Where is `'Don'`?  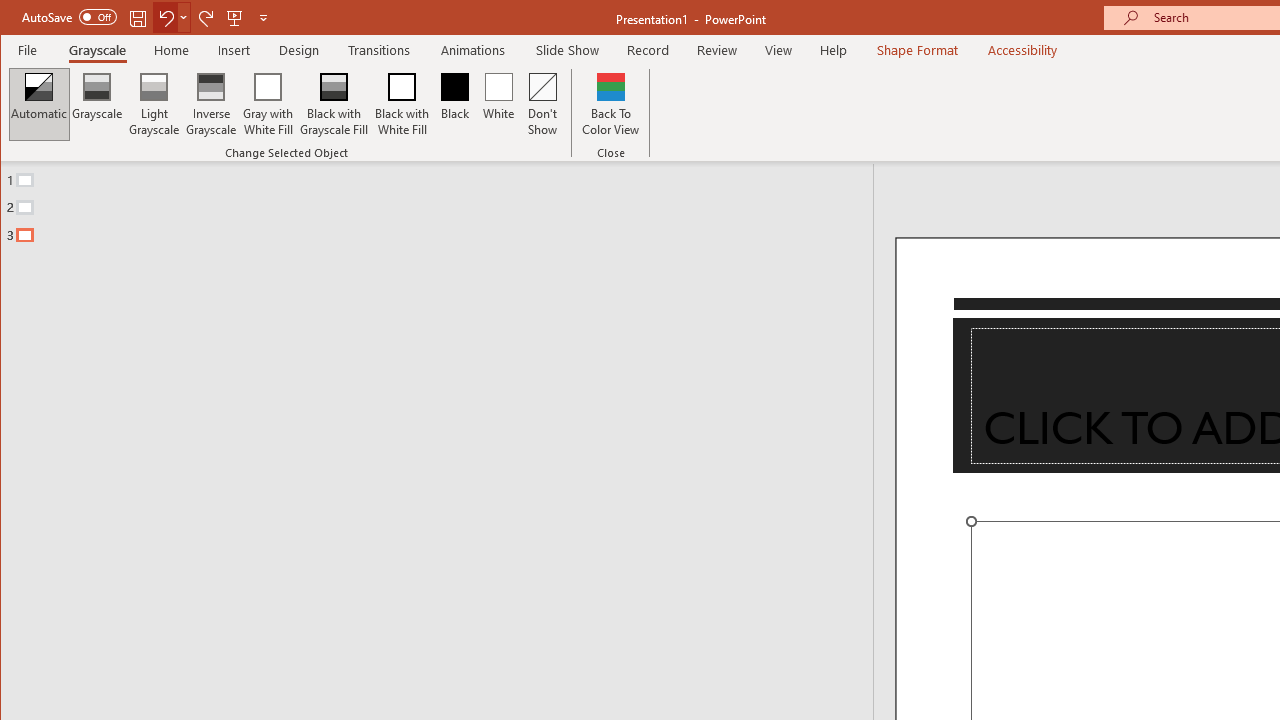 'Don' is located at coordinates (543, 104).